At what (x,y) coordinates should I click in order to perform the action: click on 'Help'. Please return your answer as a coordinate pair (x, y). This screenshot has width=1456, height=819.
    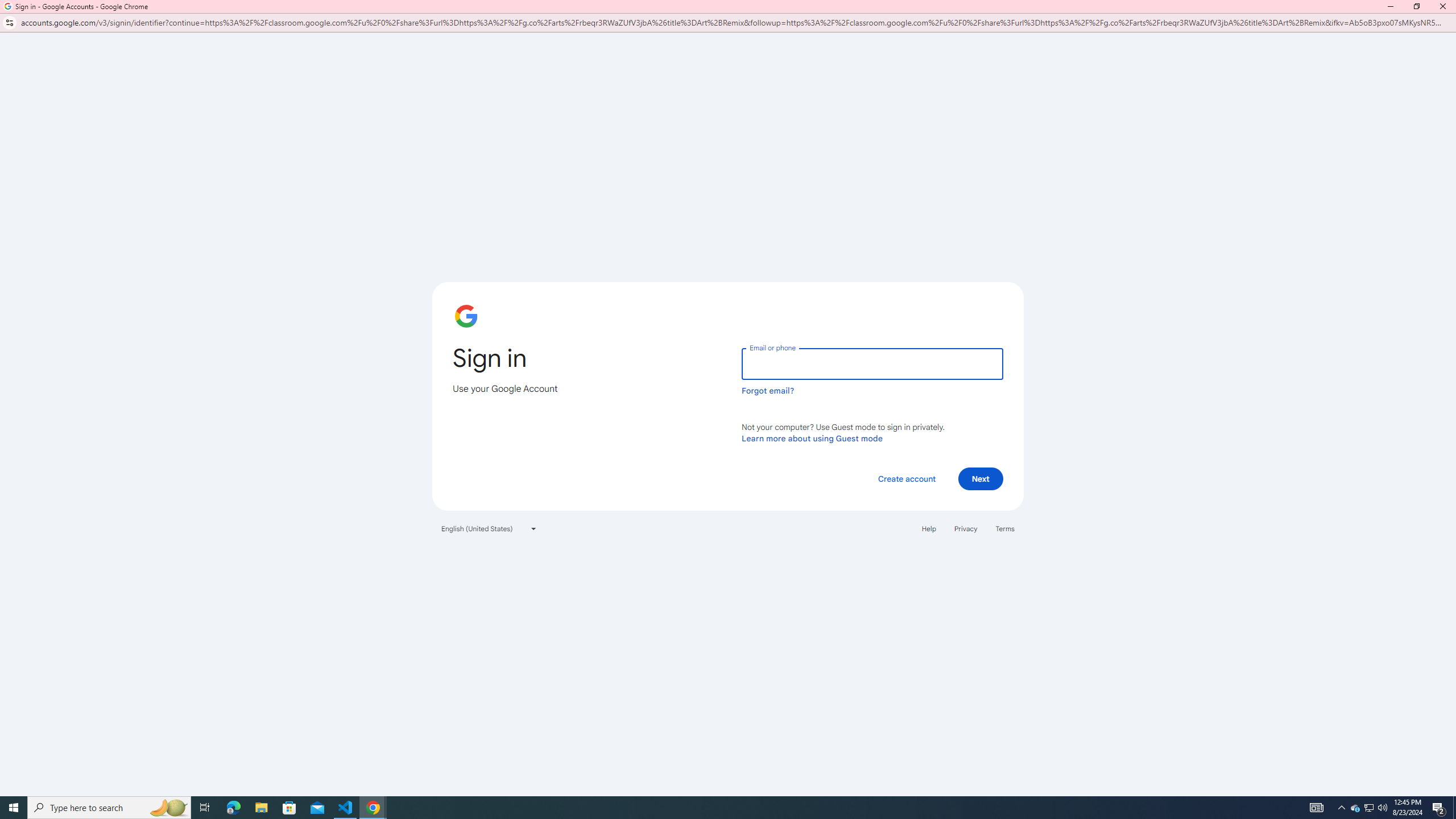
    Looking at the image, I should click on (928, 529).